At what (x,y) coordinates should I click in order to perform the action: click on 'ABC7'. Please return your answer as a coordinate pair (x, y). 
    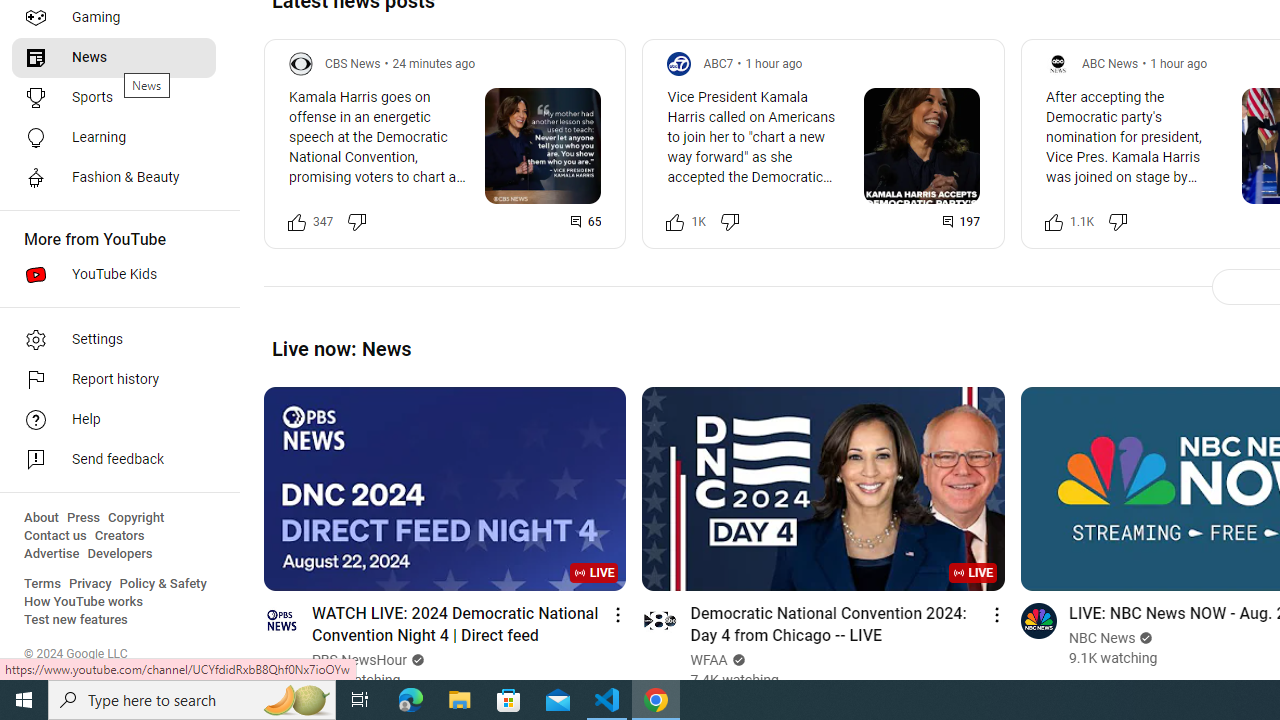
    Looking at the image, I should click on (718, 62).